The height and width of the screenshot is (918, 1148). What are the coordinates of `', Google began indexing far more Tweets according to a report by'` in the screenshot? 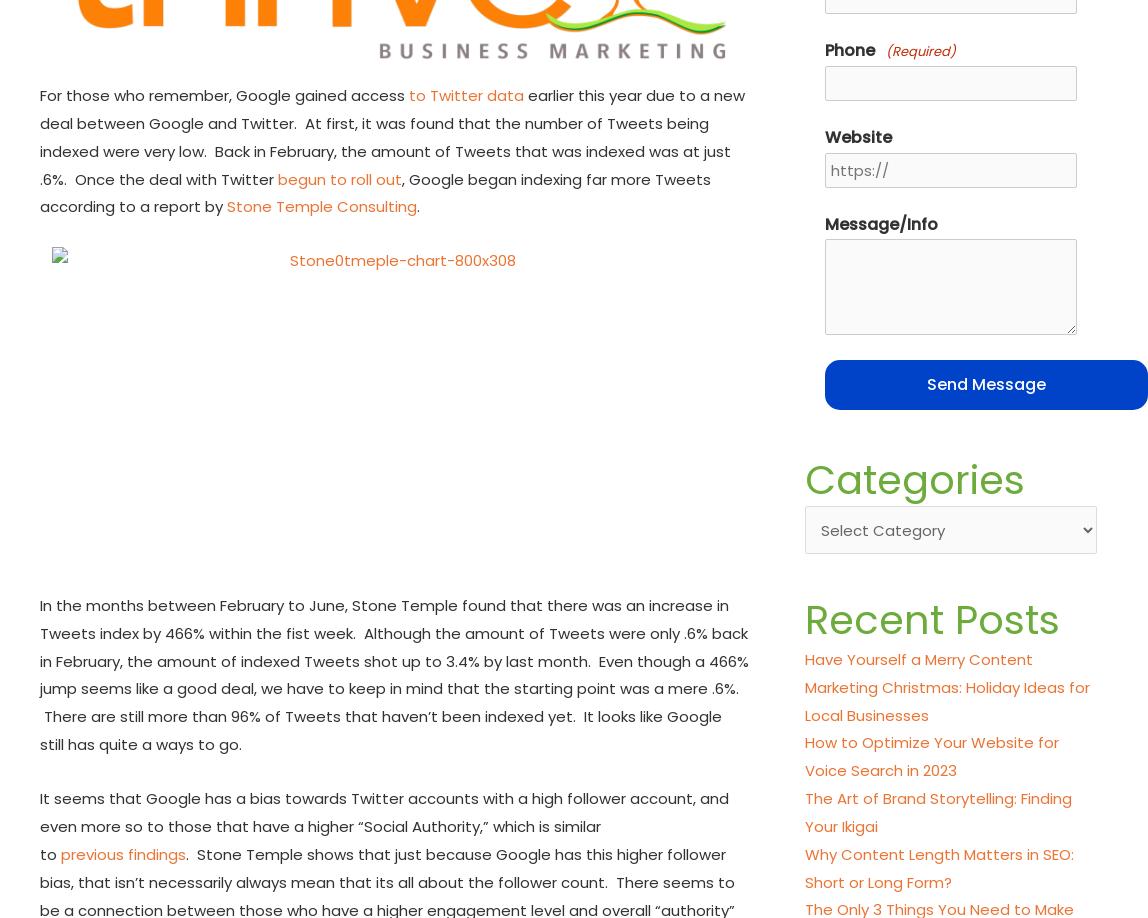 It's located at (375, 192).